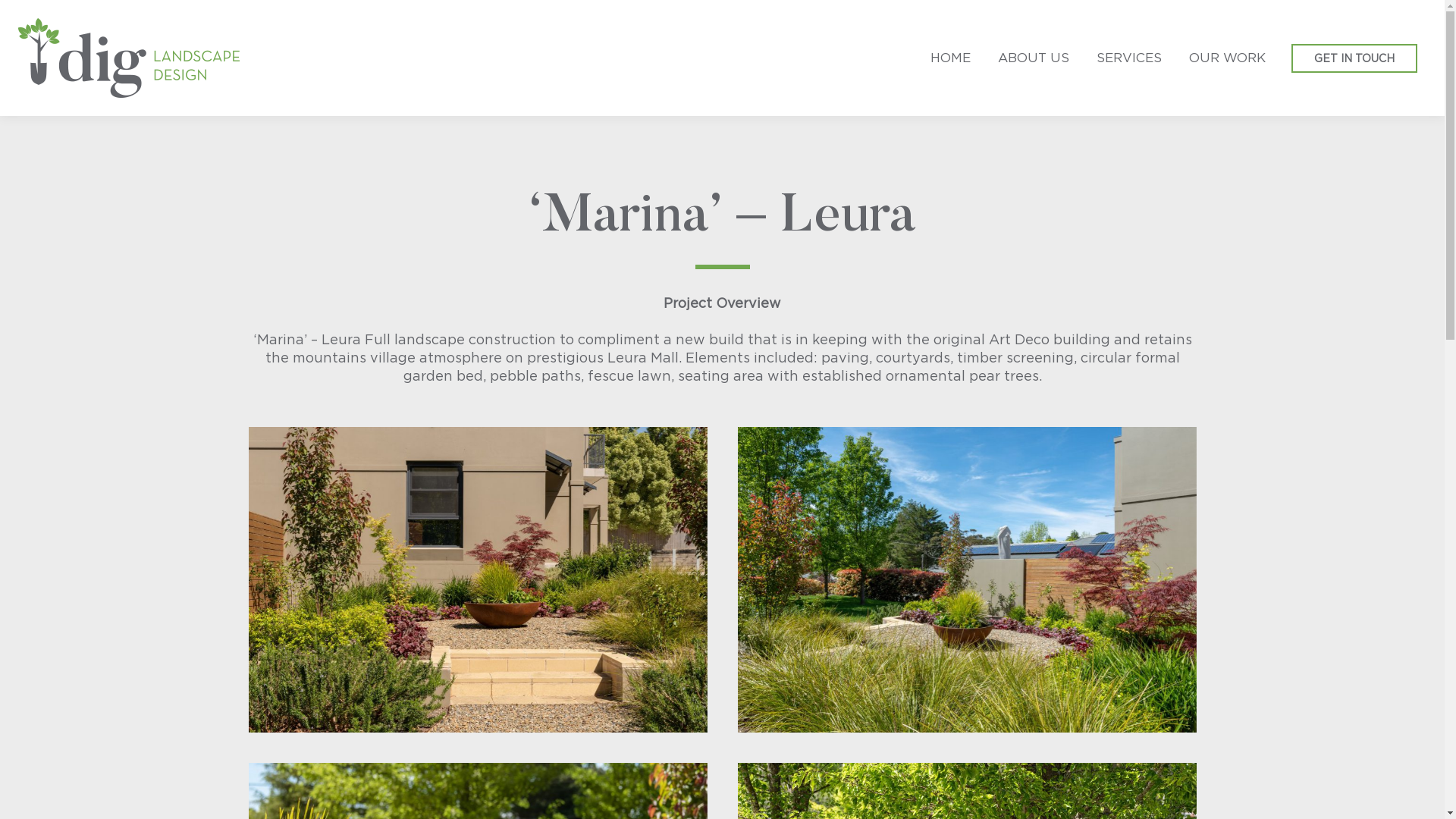 Image resolution: width=1456 pixels, height=819 pixels. Describe the element at coordinates (994, 57) in the screenshot. I see `'ABOUT US'` at that location.